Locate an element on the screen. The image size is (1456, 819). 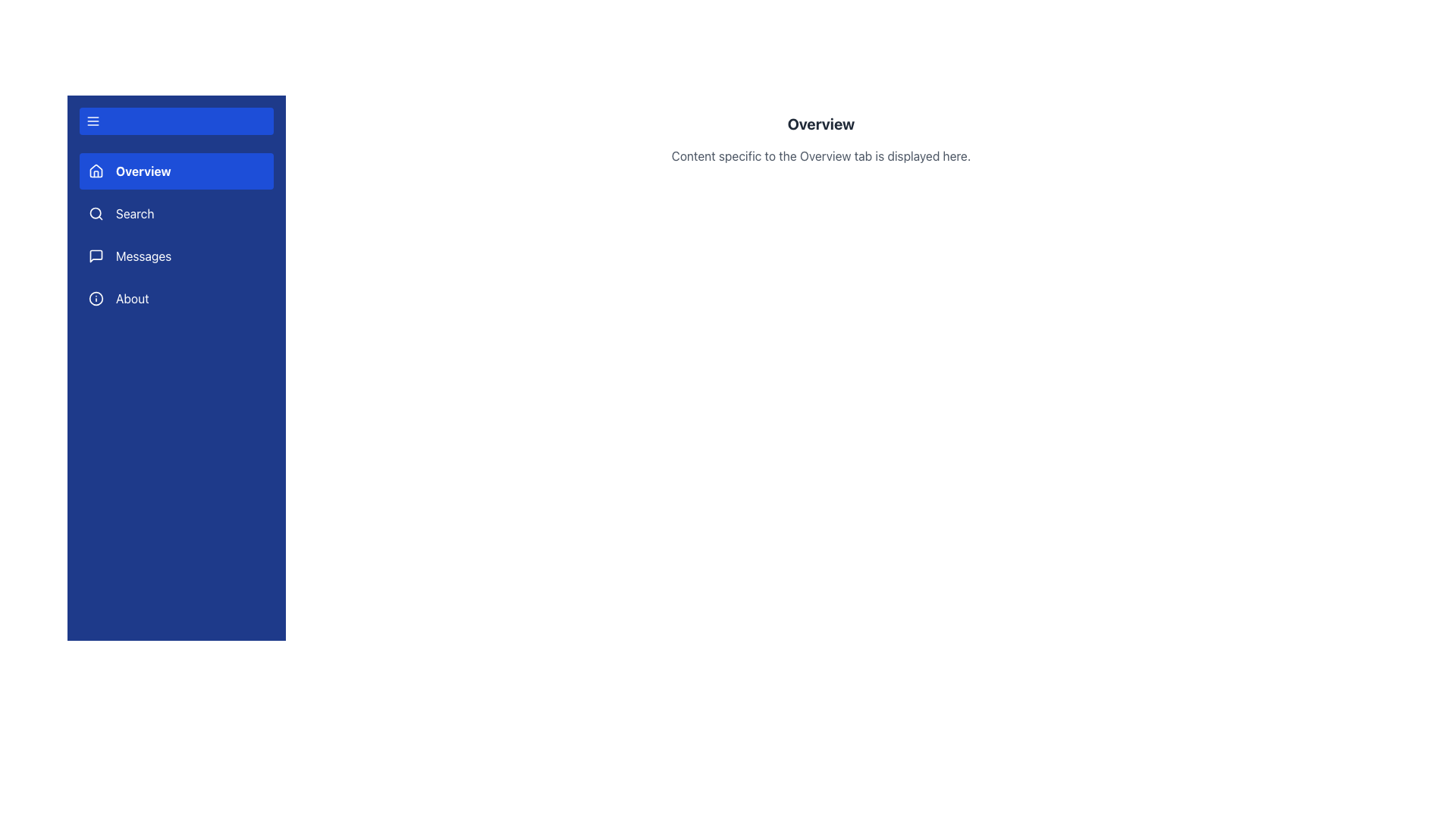
the messaging icon located beside the 'Messages' label in the vertical navigation menu is located at coordinates (95, 256).